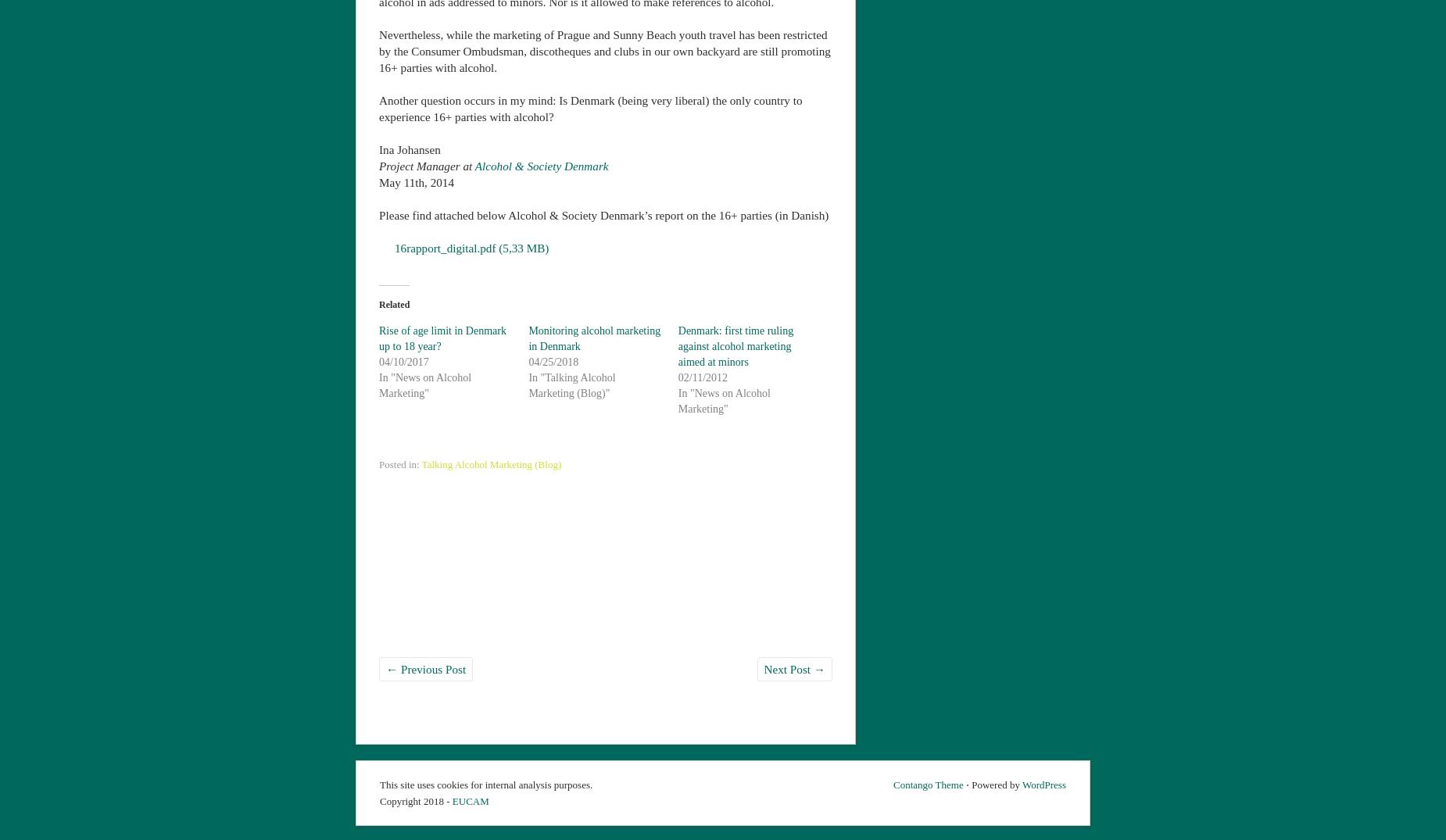  Describe the element at coordinates (991, 782) in the screenshot. I see `'⋅ Powered by'` at that location.